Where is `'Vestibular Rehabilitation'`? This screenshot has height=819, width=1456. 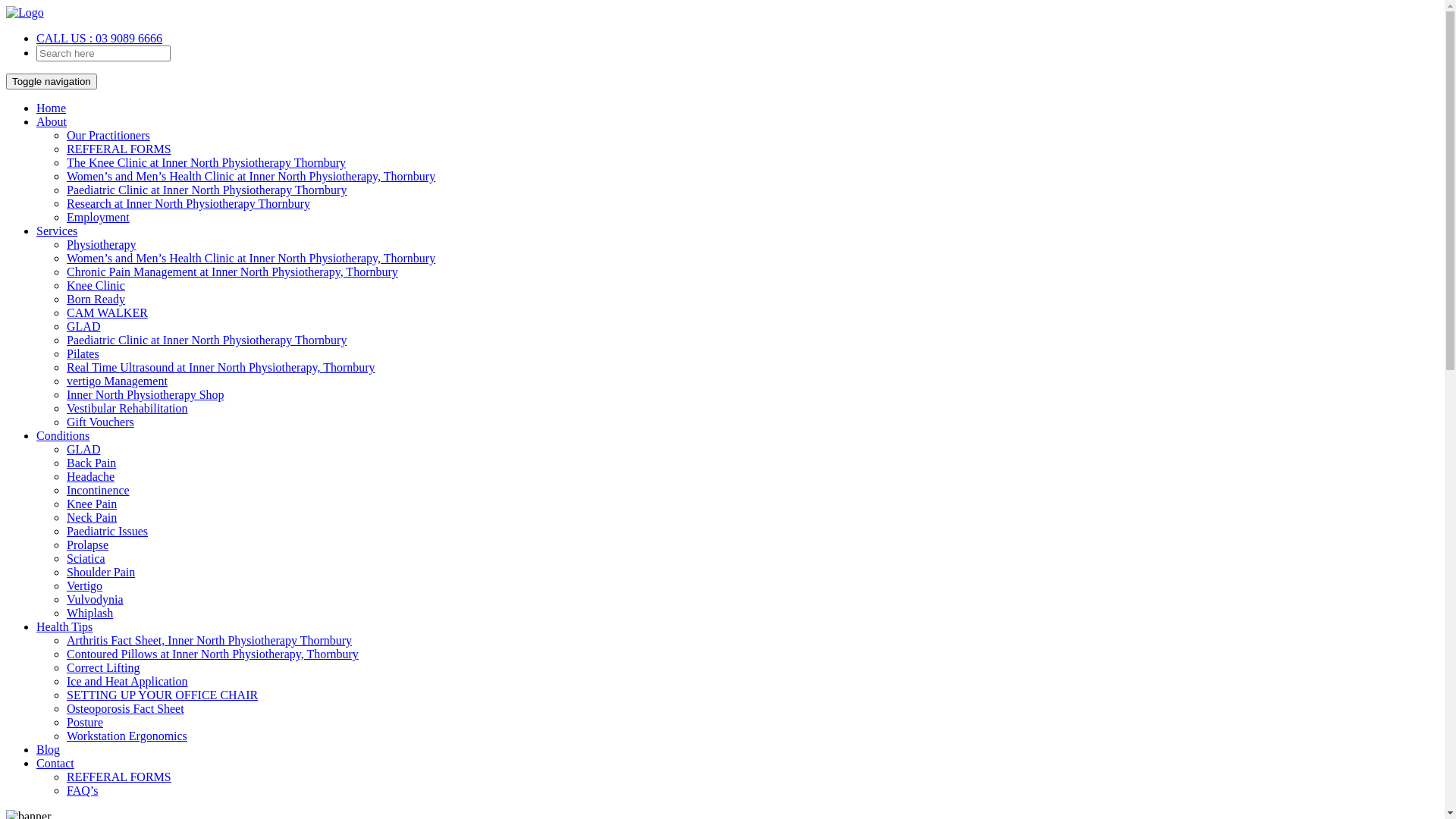
'Vestibular Rehabilitation' is located at coordinates (127, 407).